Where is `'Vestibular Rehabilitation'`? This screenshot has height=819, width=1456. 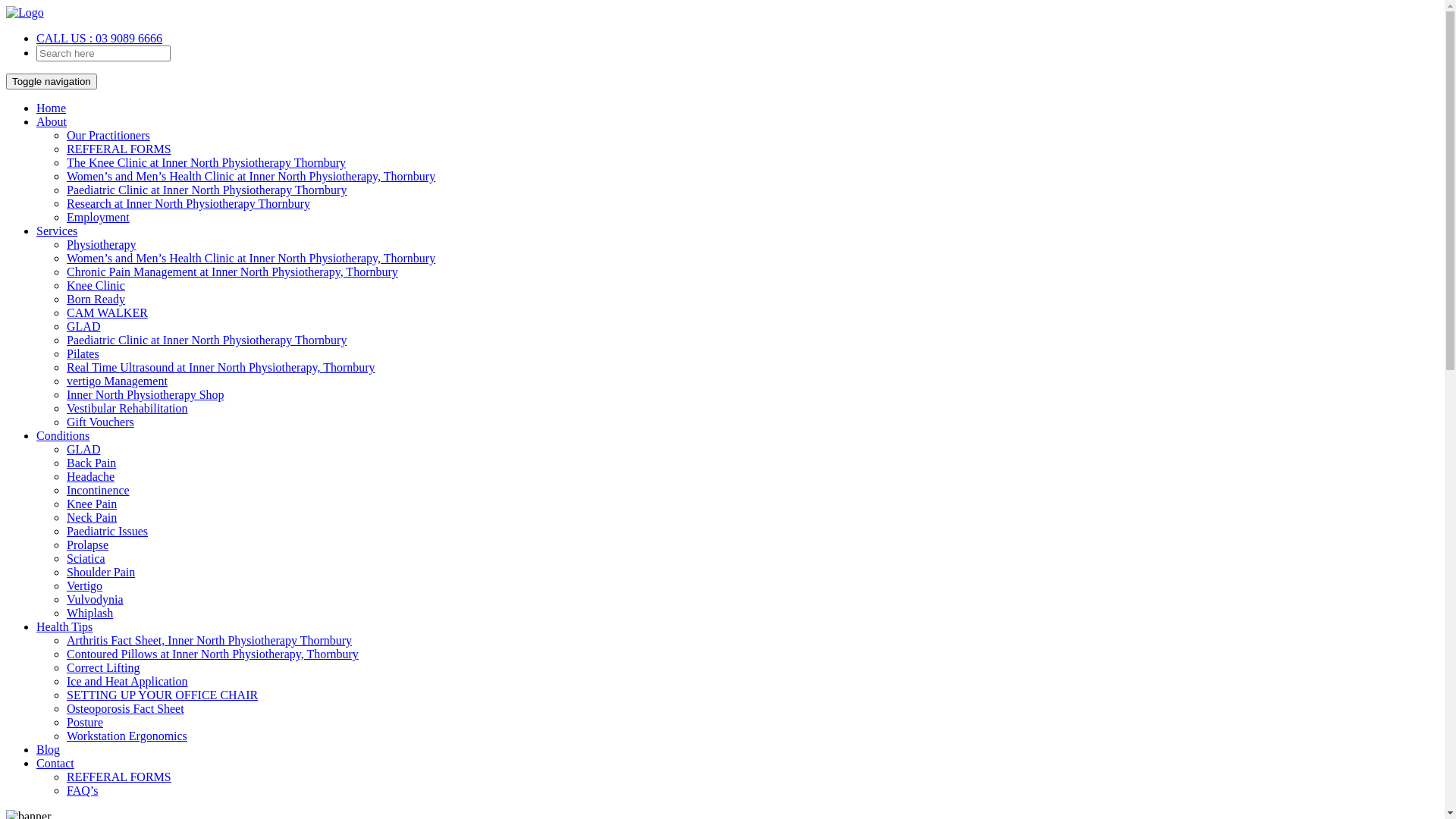
'Vestibular Rehabilitation' is located at coordinates (127, 407).